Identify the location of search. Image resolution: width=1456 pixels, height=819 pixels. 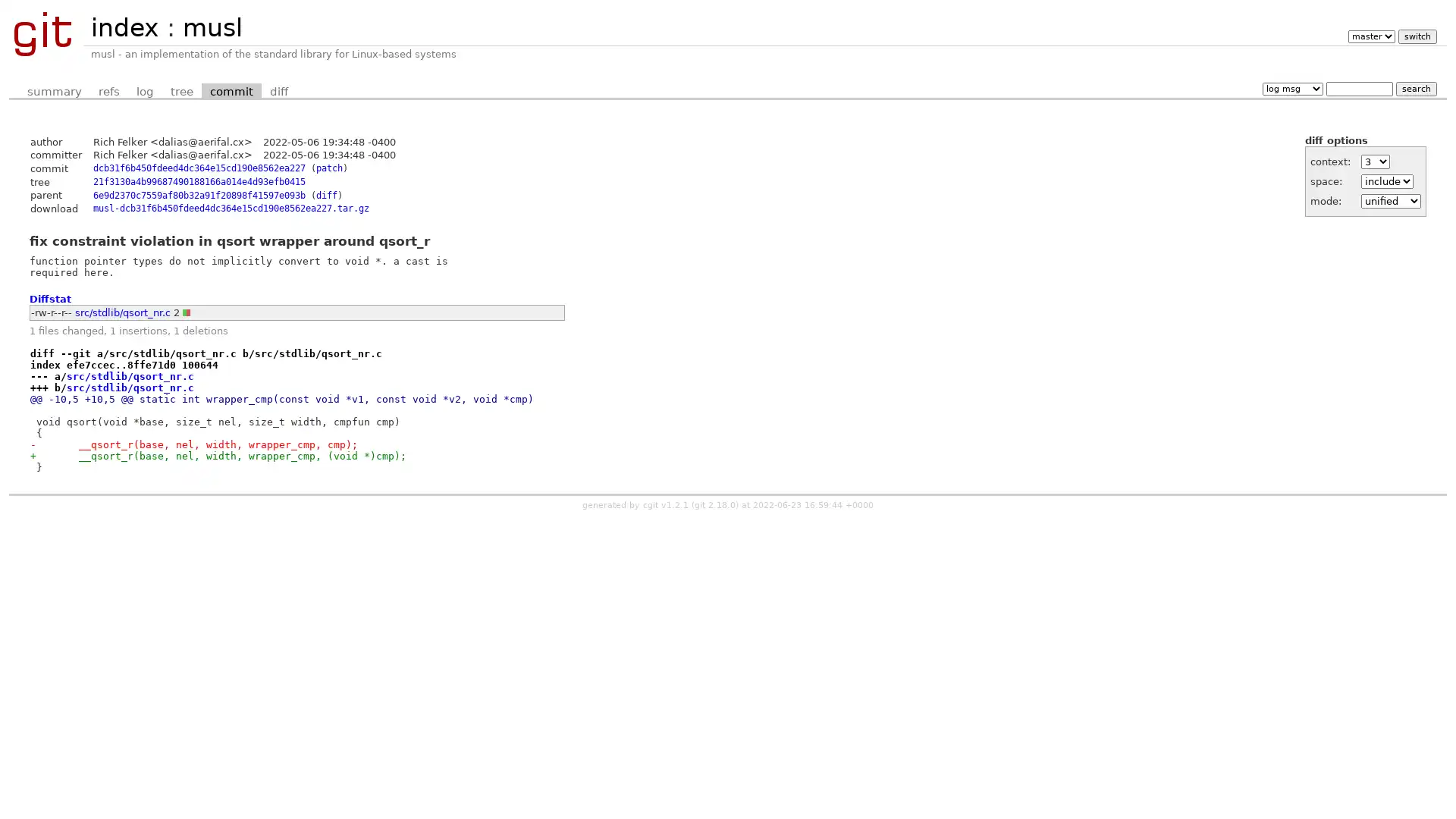
(1415, 88).